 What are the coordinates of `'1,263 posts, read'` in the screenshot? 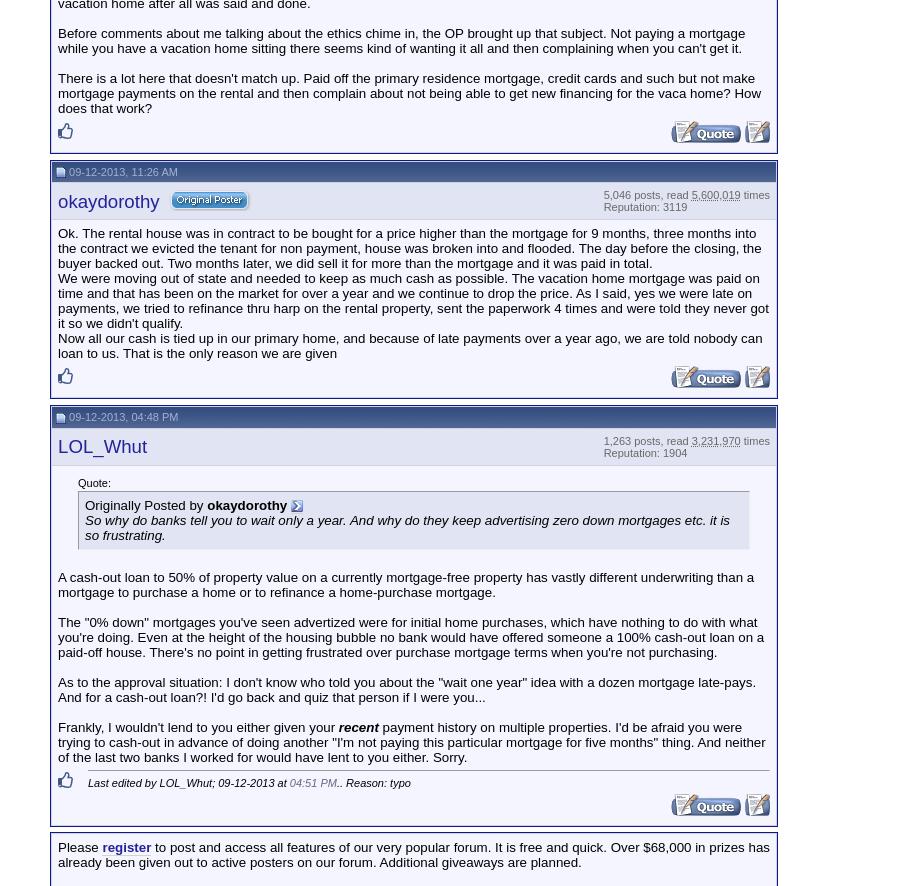 It's located at (646, 438).